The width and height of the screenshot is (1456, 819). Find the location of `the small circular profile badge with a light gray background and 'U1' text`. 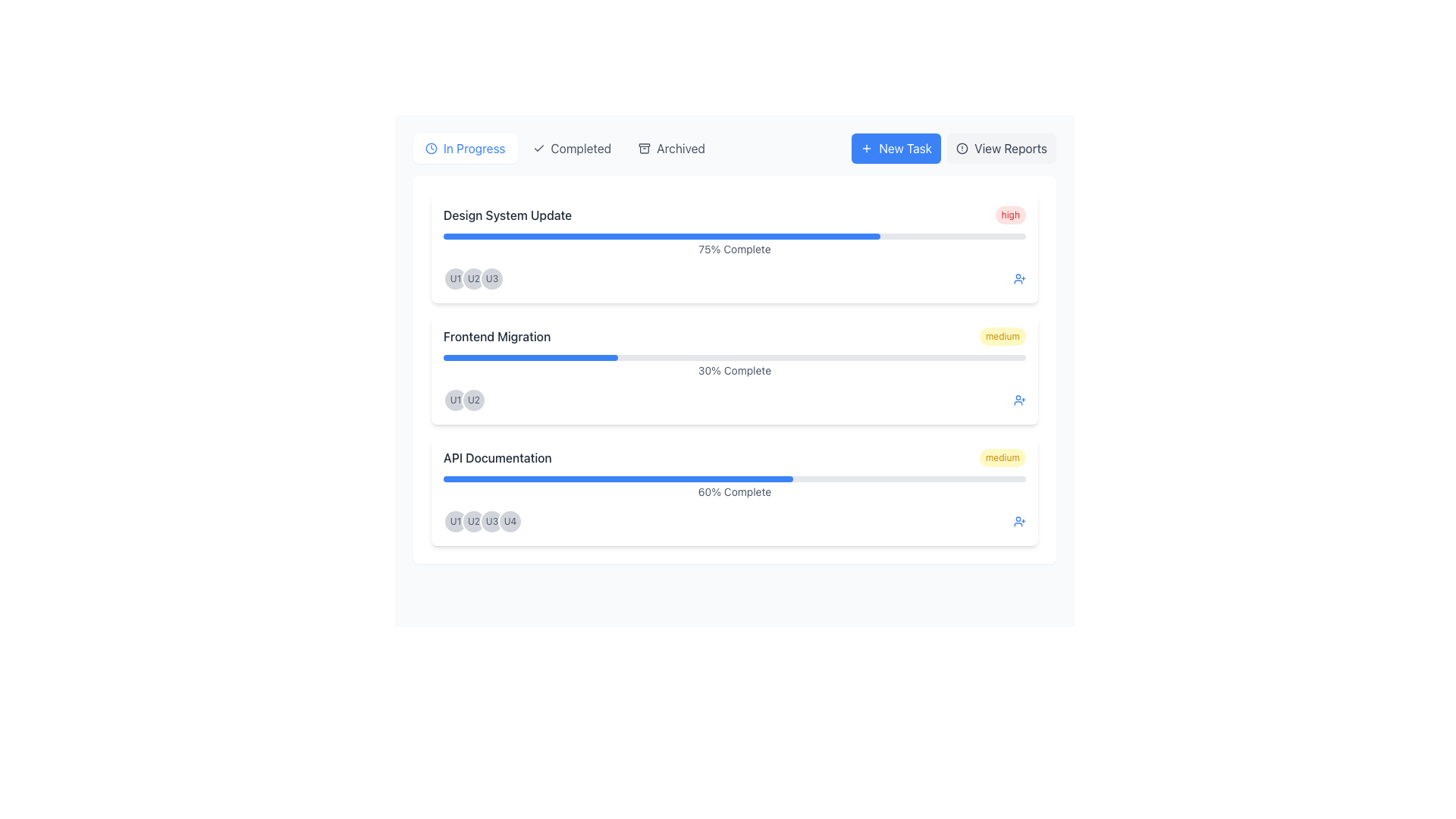

the small circular profile badge with a light gray background and 'U1' text is located at coordinates (454, 278).